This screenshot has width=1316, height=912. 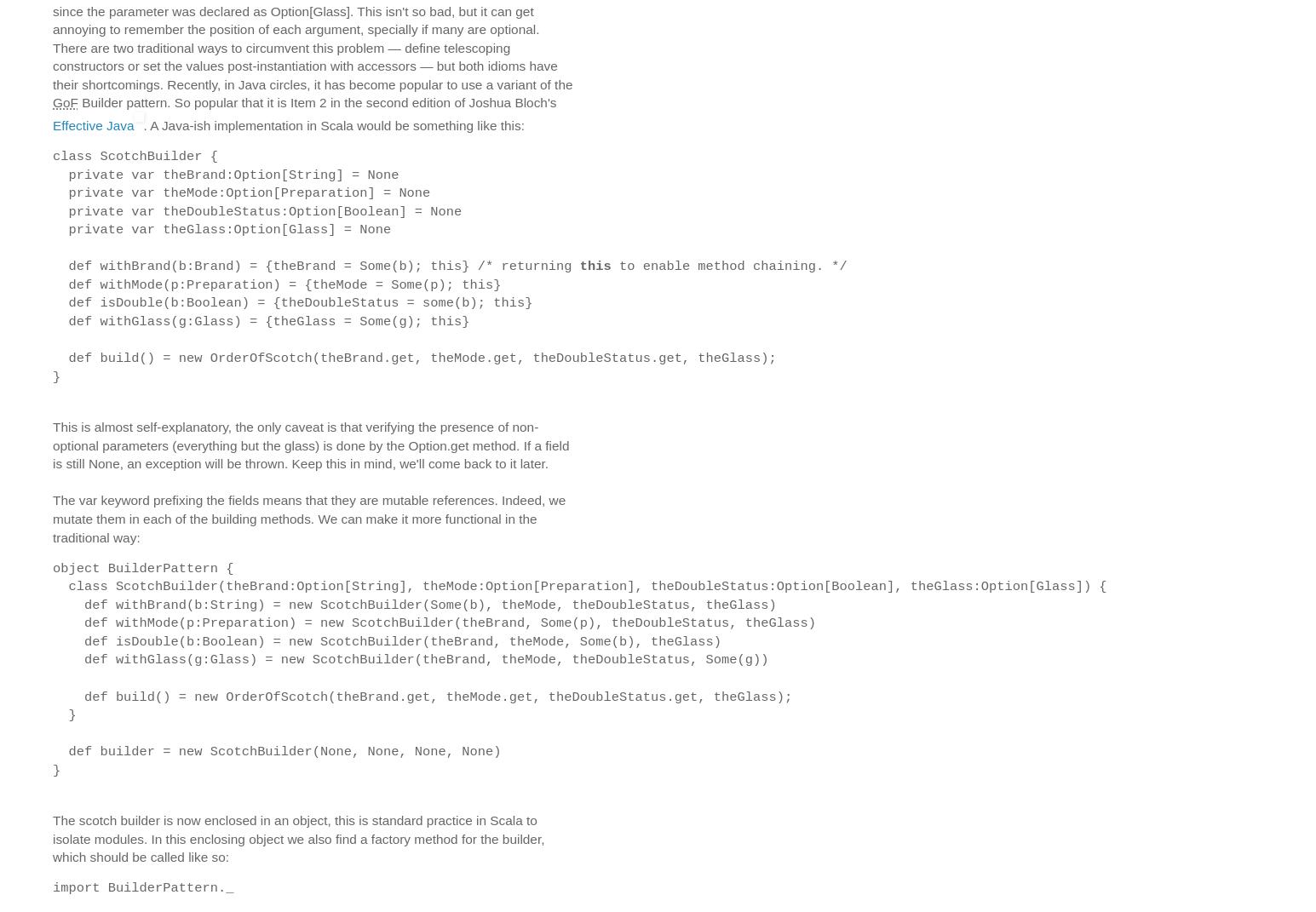 I want to click on 'private var theMode:Option[Preparation] = None', so click(x=51, y=192).